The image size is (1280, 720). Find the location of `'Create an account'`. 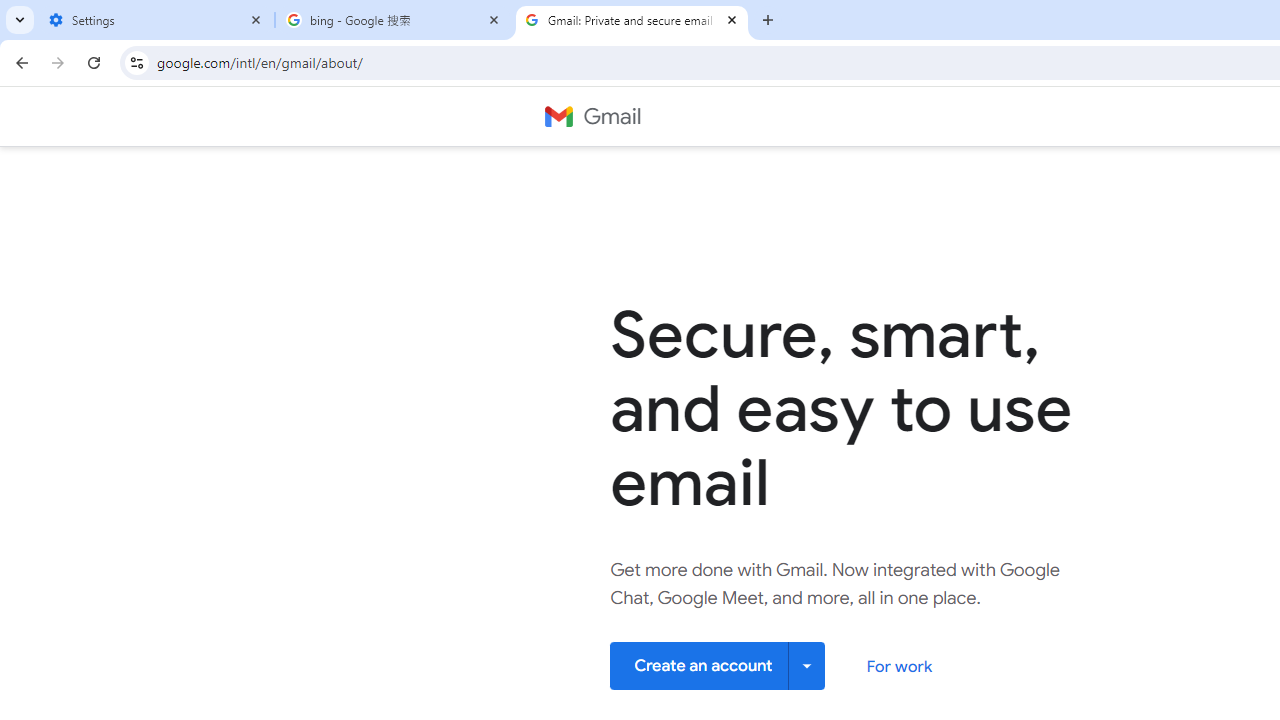

'Create an account' is located at coordinates (718, 665).